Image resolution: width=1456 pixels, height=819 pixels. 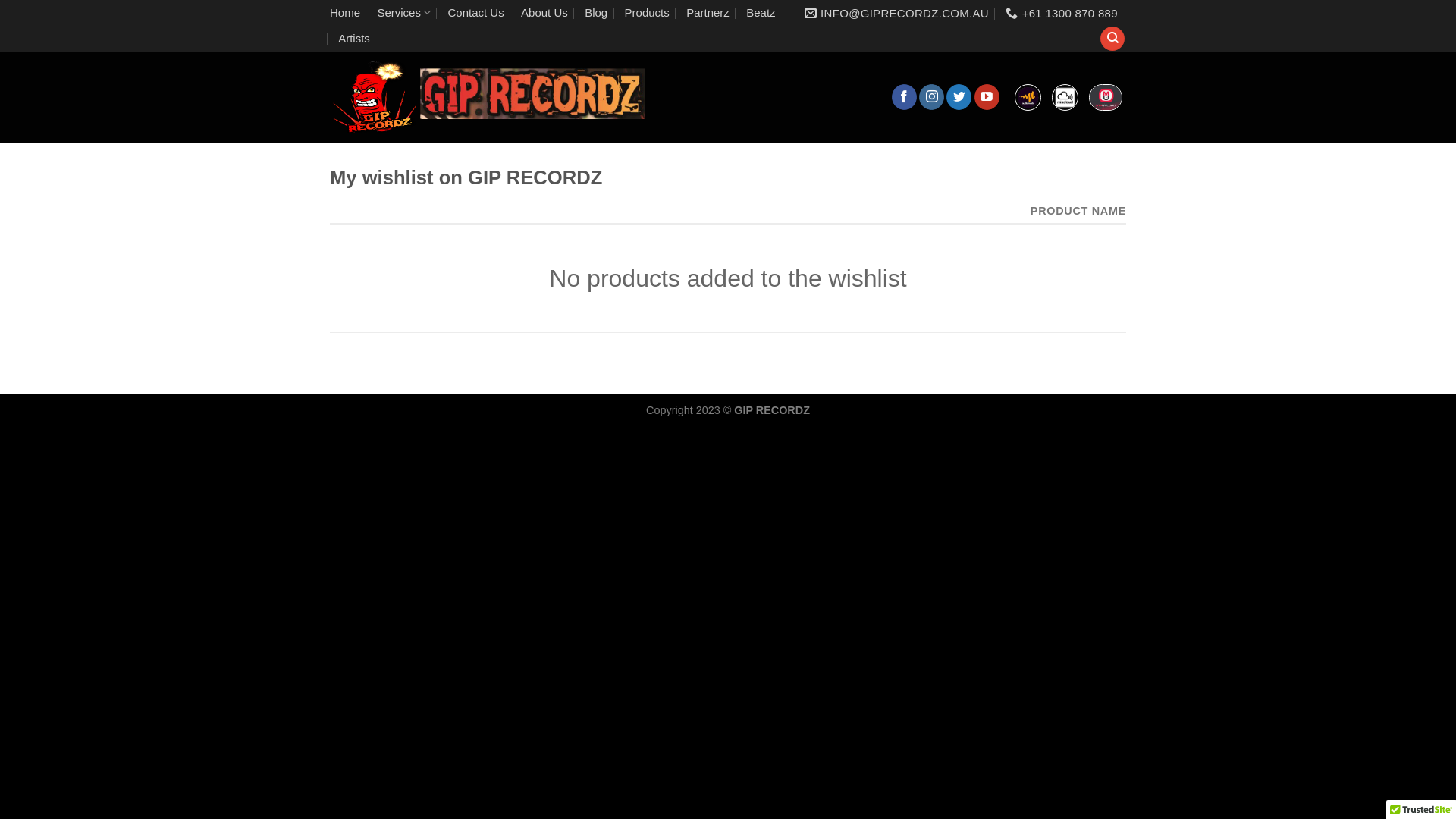 I want to click on 'INFO@GIPRECORDZ.COM.AU', so click(x=896, y=14).